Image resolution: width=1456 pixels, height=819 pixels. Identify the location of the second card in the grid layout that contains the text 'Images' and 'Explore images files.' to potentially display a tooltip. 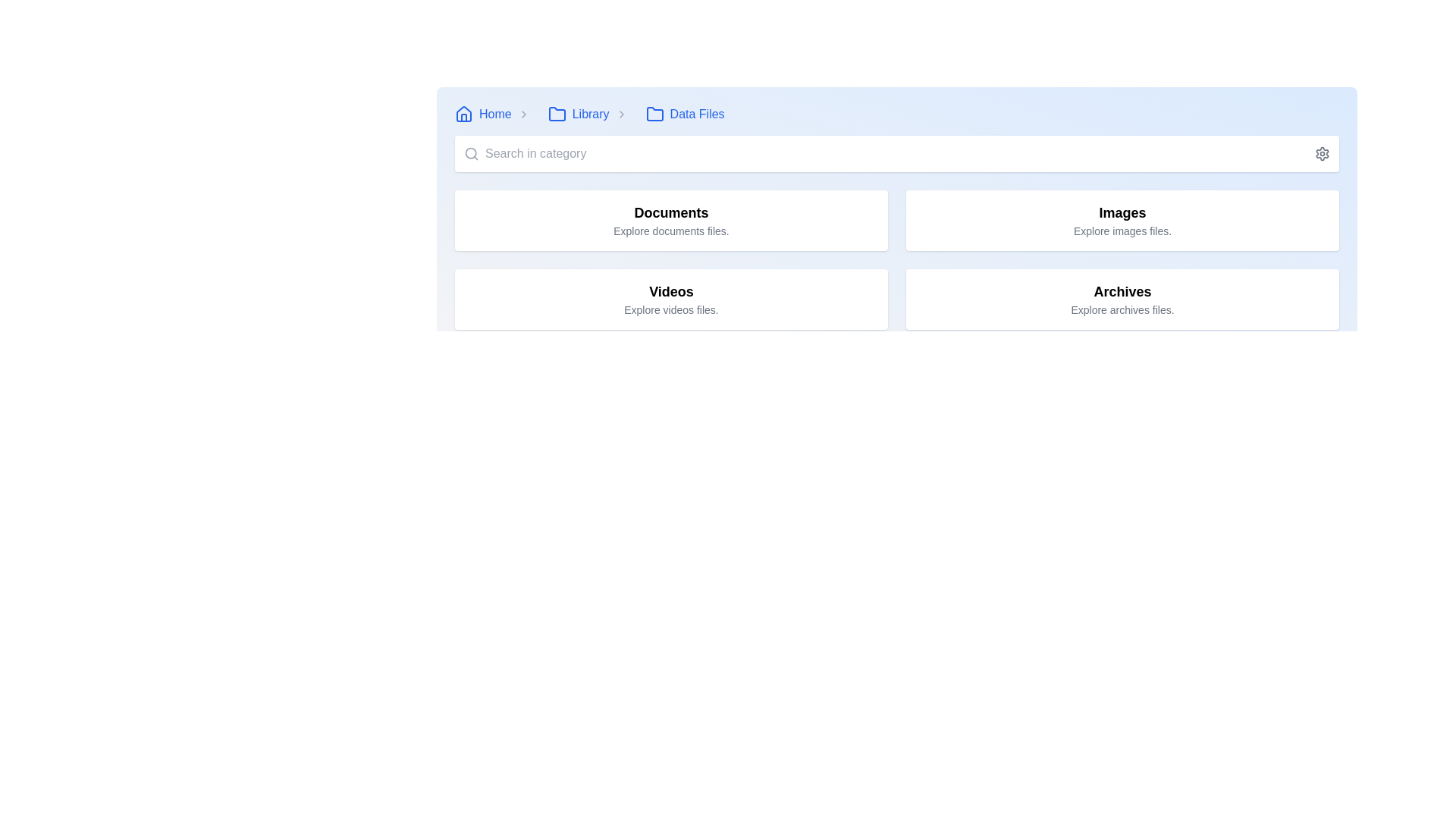
(1122, 220).